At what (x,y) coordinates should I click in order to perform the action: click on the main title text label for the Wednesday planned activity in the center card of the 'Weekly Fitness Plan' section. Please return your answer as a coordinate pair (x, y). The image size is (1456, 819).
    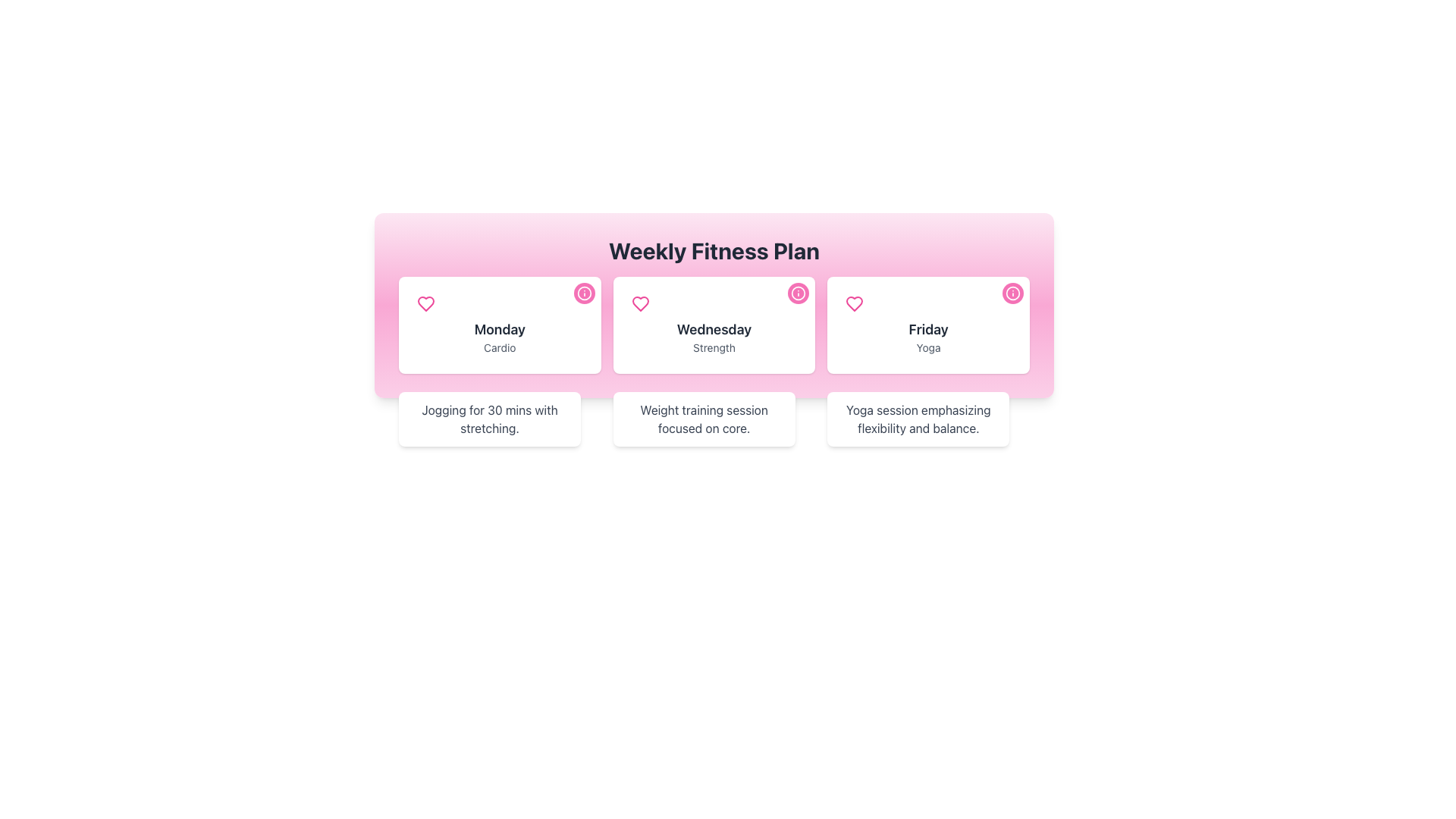
    Looking at the image, I should click on (713, 329).